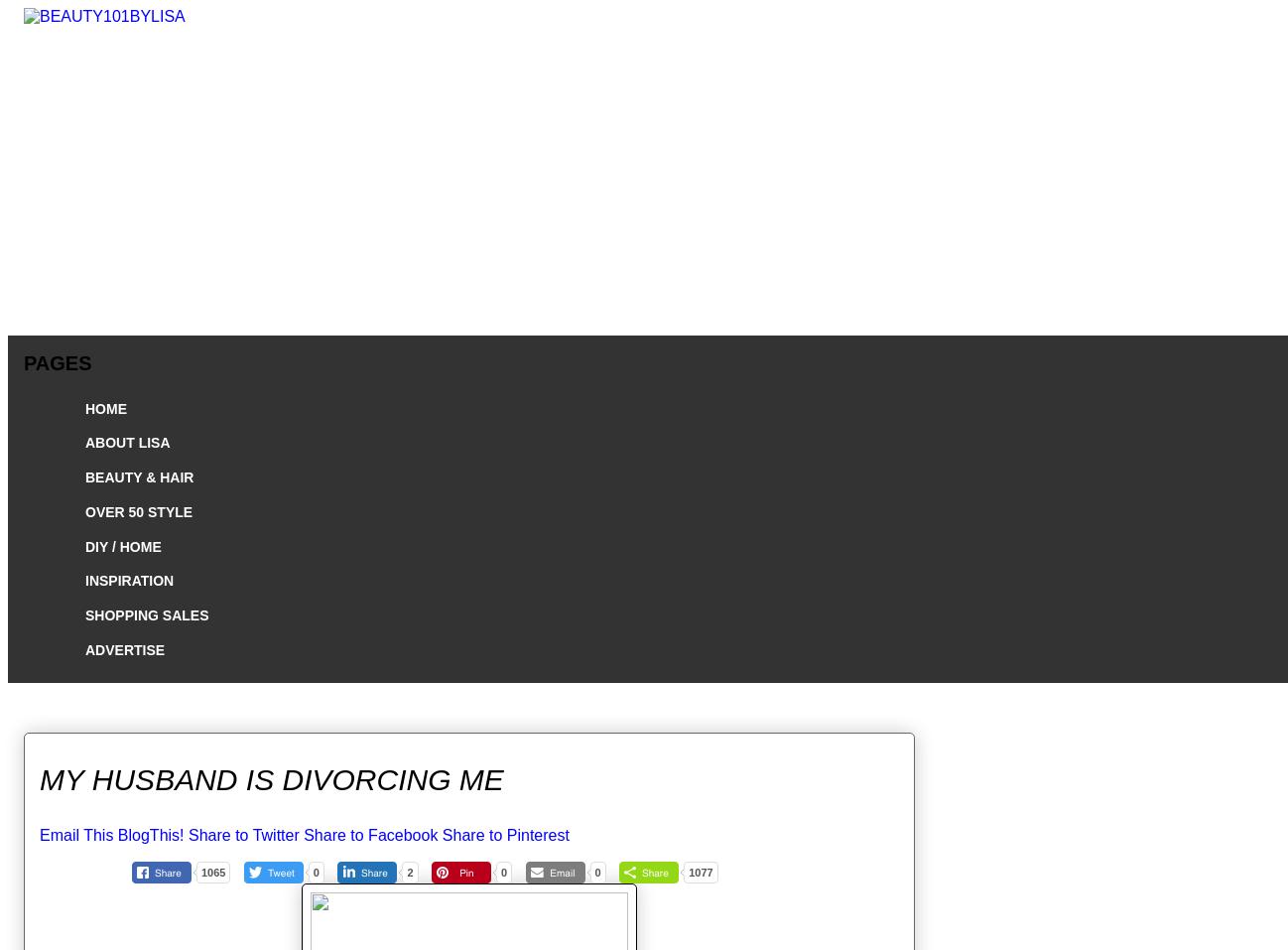 The image size is (1288, 950). What do you see at coordinates (127, 441) in the screenshot?
I see `'ABOUT LISA'` at bounding box center [127, 441].